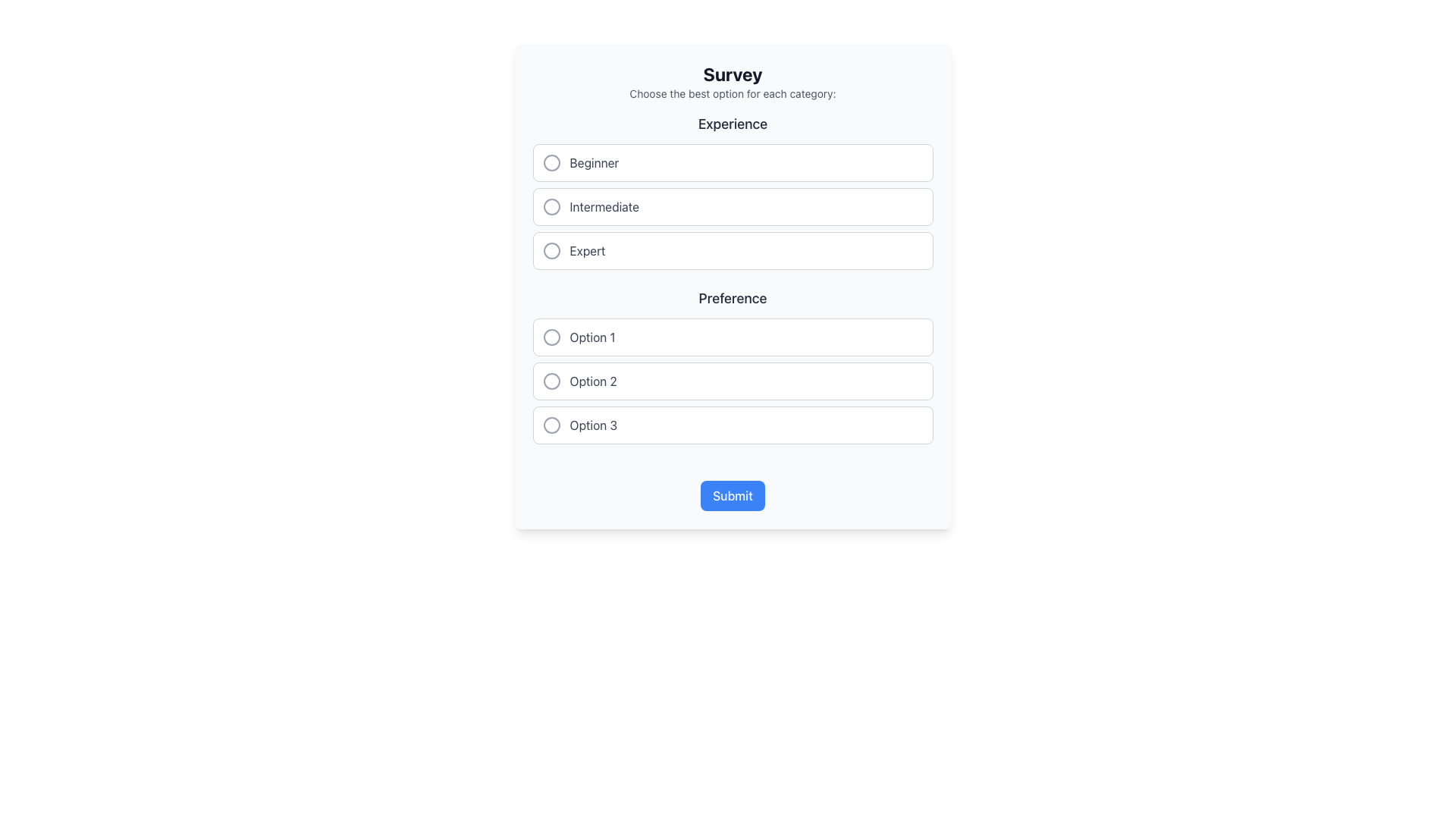 This screenshot has height=819, width=1456. Describe the element at coordinates (551, 425) in the screenshot. I see `the circular radio button representing 'Option 3' in the 'Preference' section by clicking on it` at that location.